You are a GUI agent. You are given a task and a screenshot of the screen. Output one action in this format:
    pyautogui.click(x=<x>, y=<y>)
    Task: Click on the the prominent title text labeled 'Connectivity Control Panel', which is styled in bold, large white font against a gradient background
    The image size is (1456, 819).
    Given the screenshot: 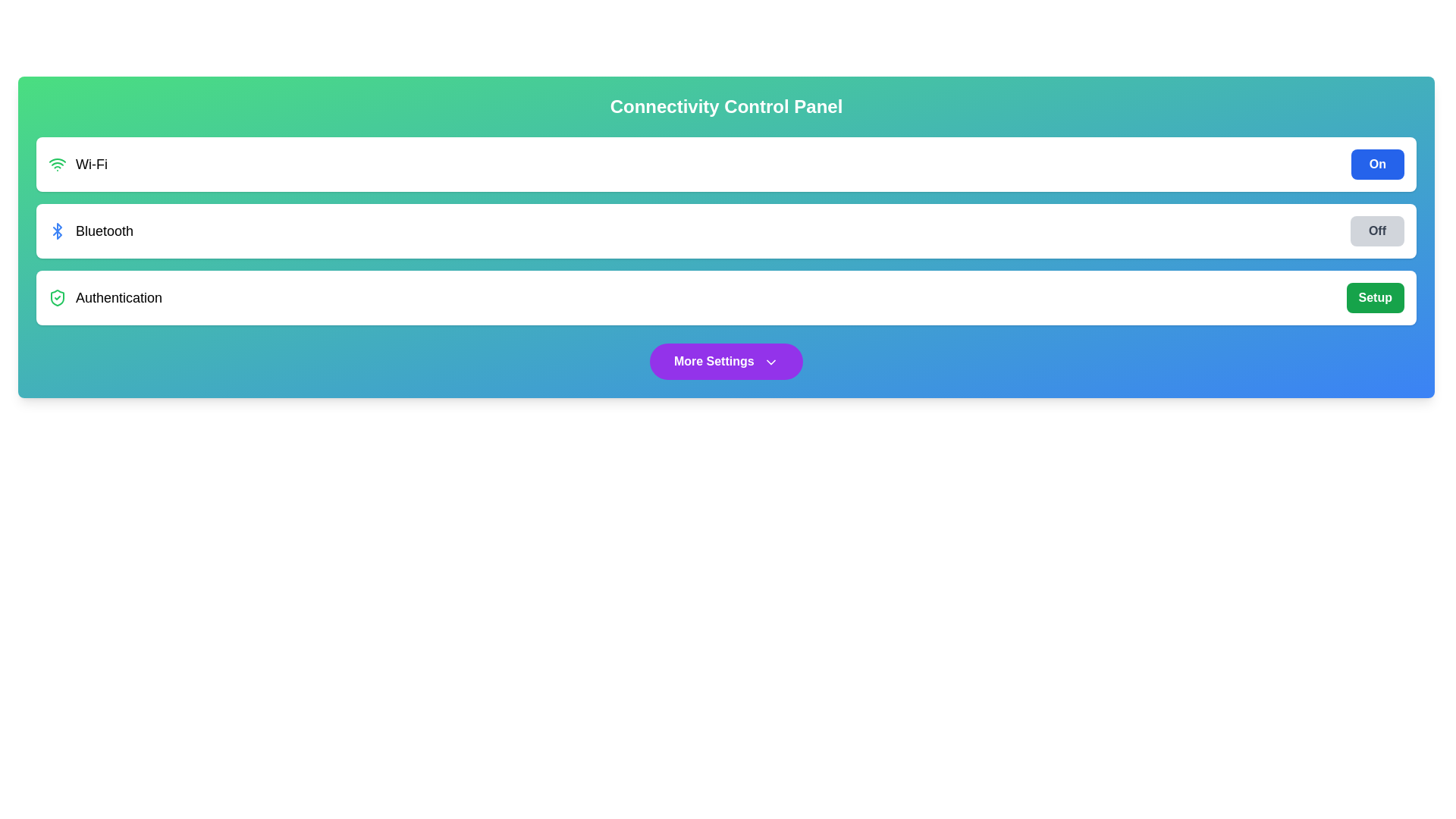 What is the action you would take?
    pyautogui.click(x=726, y=106)
    